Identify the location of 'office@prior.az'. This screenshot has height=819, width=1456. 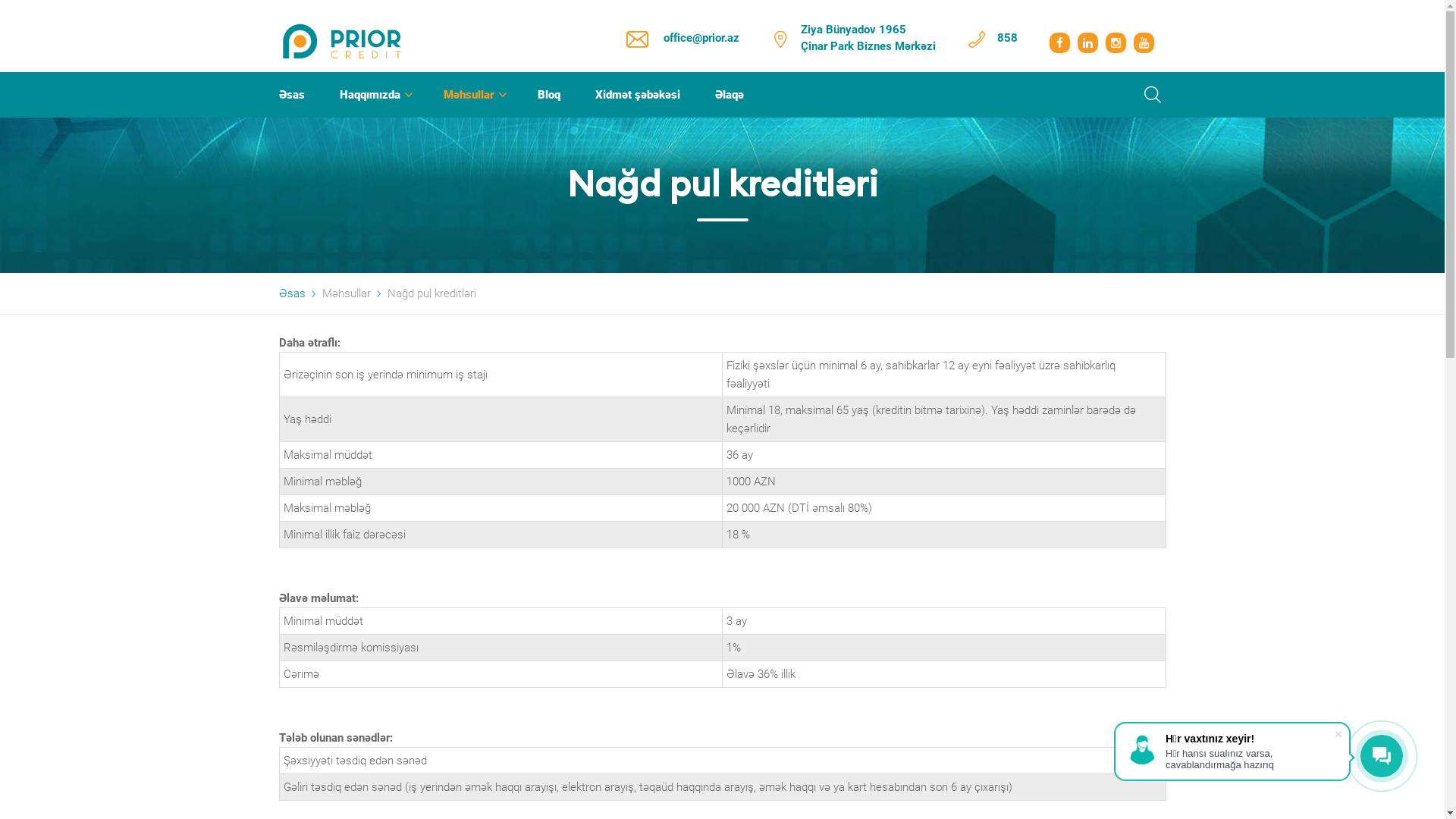
(700, 37).